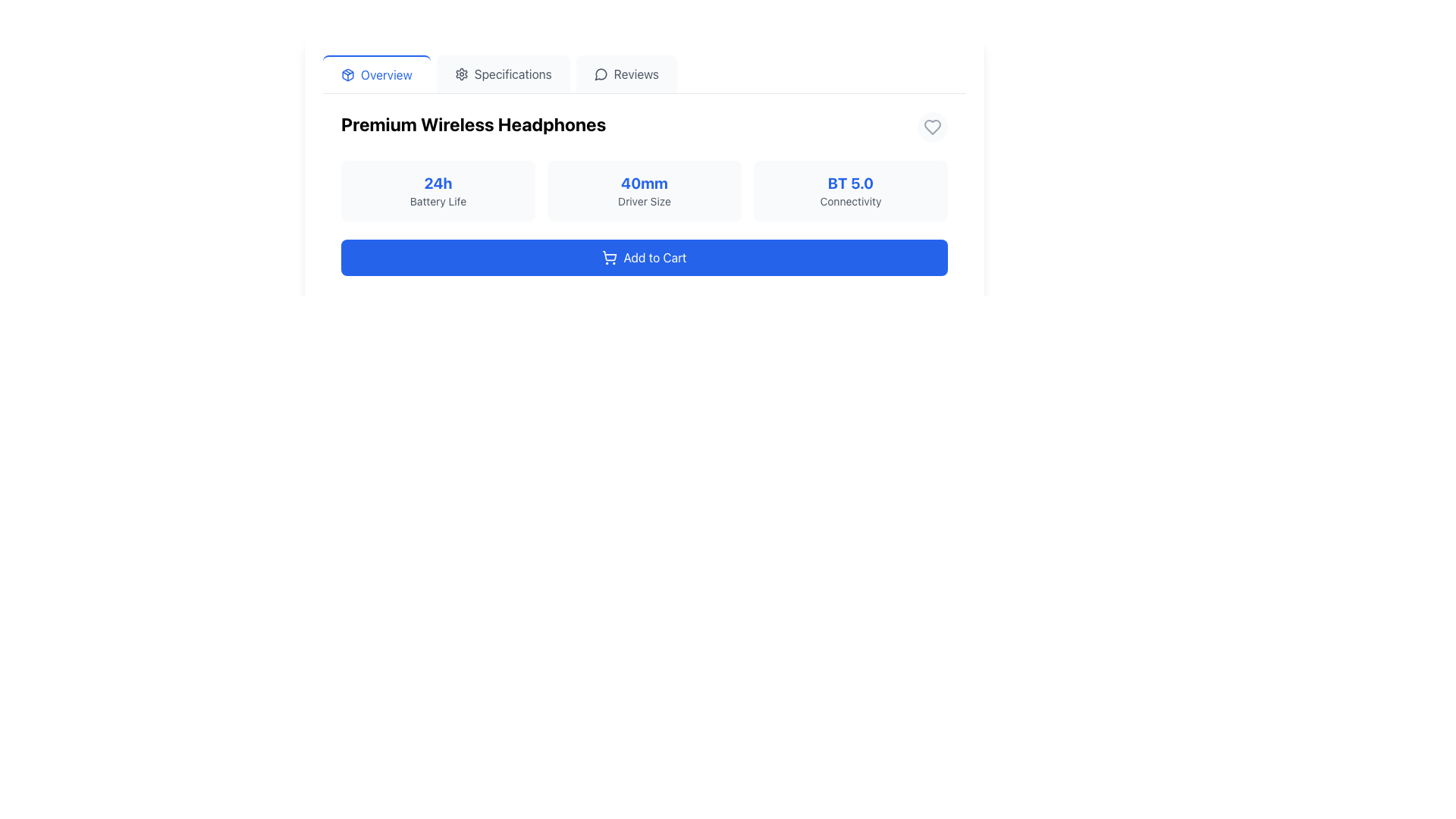 The width and height of the screenshot is (1456, 819). I want to click on the text label displaying '40mm' in bold blue font, which is the second box in a row of three, centered within a light gray background, so click(644, 190).